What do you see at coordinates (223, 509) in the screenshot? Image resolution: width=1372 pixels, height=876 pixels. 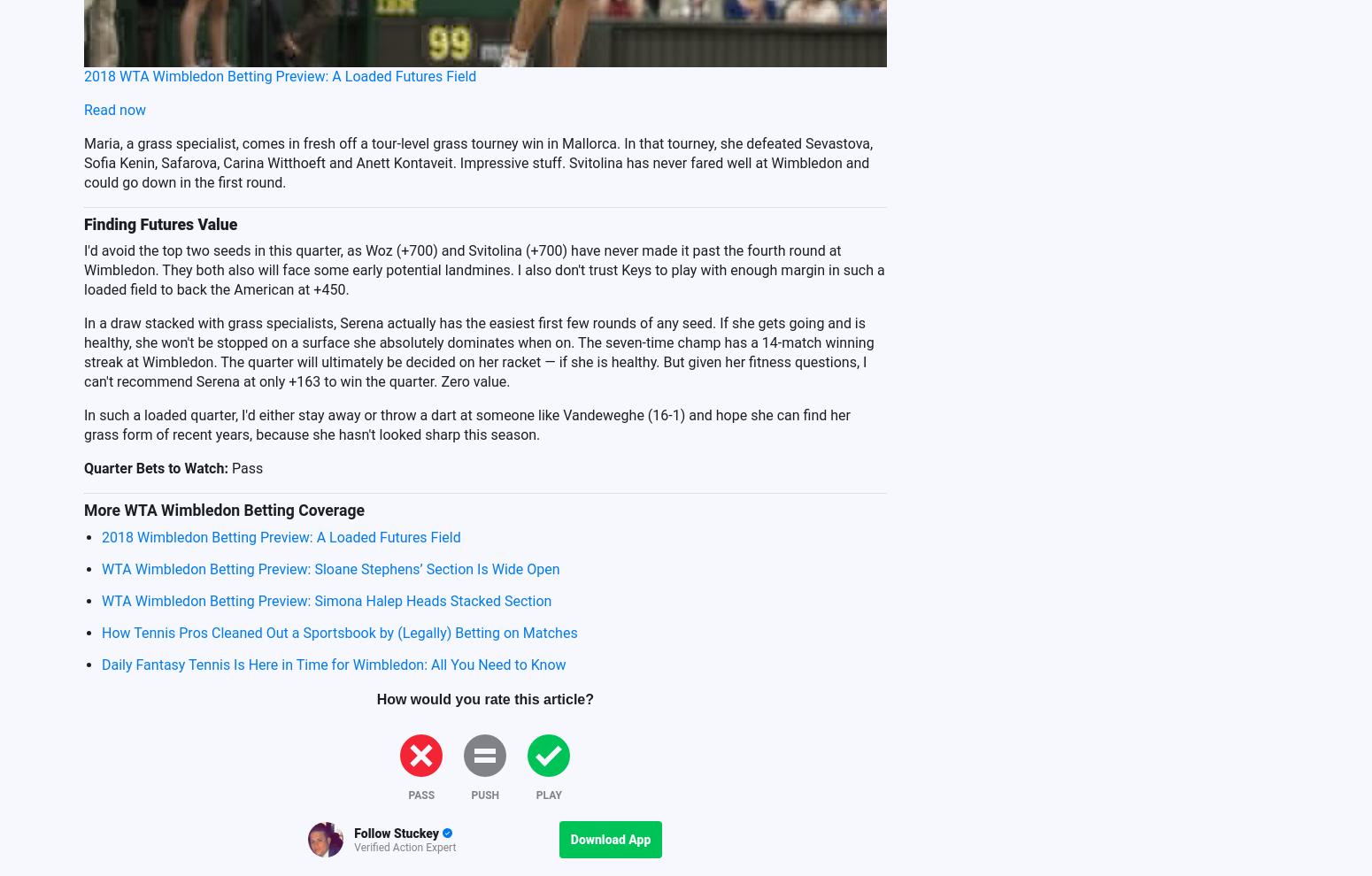 I see `'More WTA Wimbledon Betting Coverage'` at bounding box center [223, 509].